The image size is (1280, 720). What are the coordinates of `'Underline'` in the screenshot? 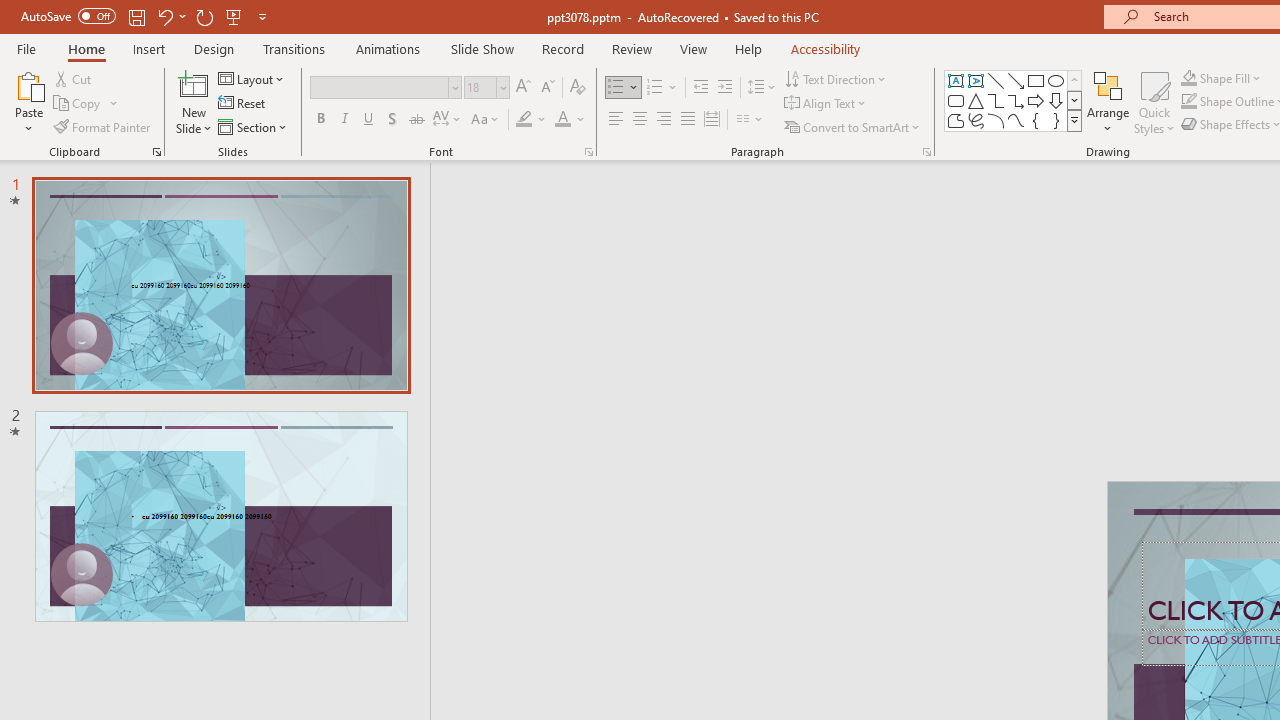 It's located at (369, 119).